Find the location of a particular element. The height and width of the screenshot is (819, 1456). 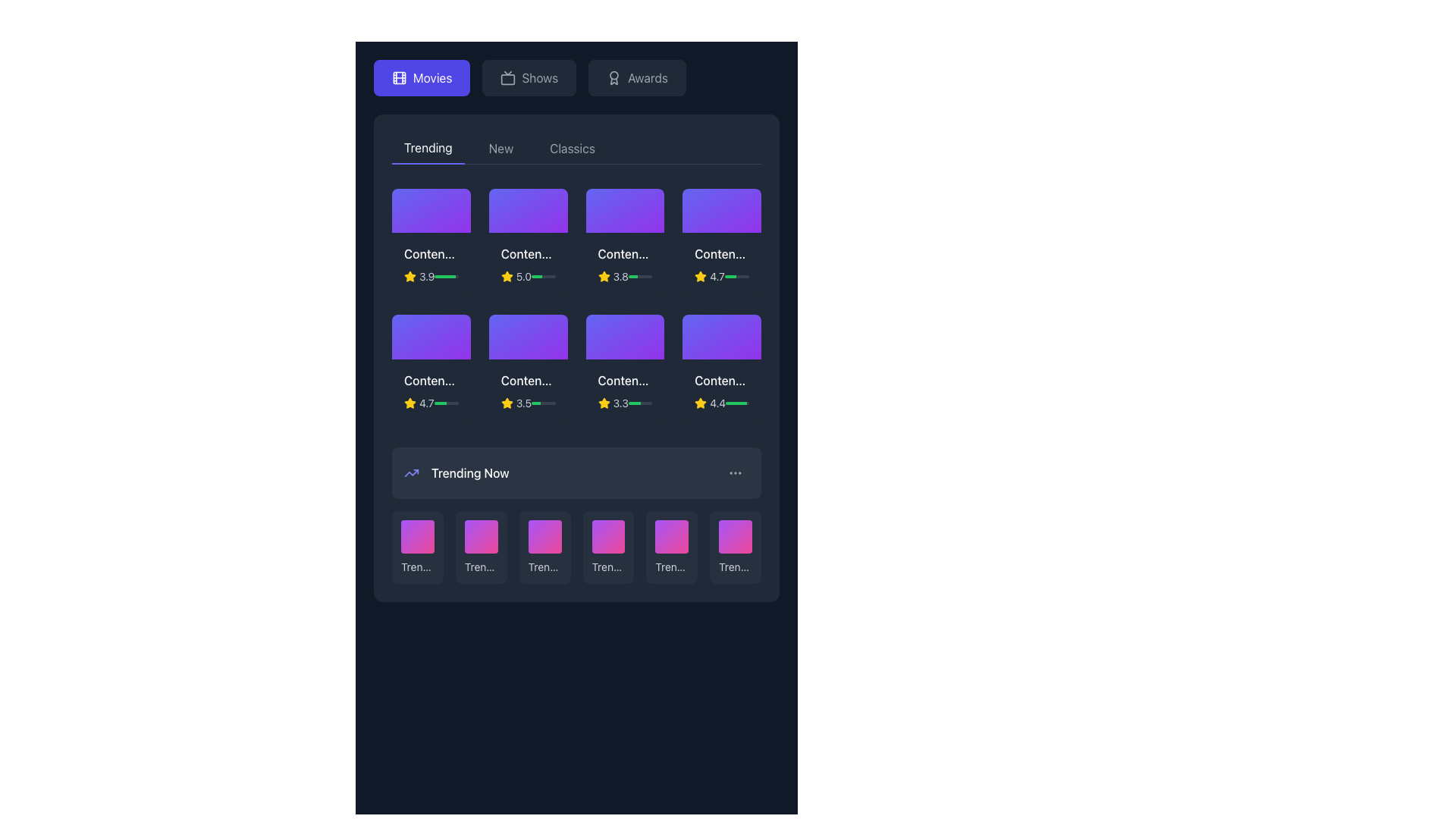

rating value displayed as '3.5' next to the yellow star icon in the rating system is located at coordinates (523, 402).